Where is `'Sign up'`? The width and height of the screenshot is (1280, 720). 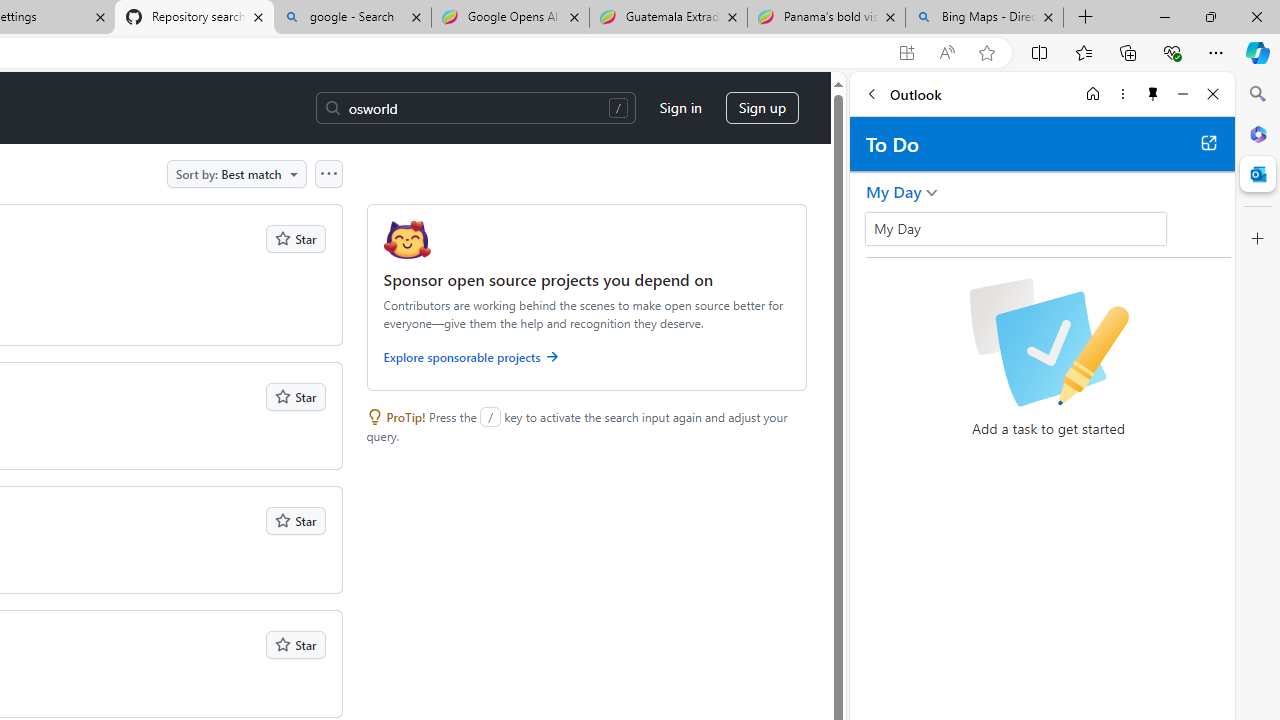 'Sign up' is located at coordinates (761, 108).